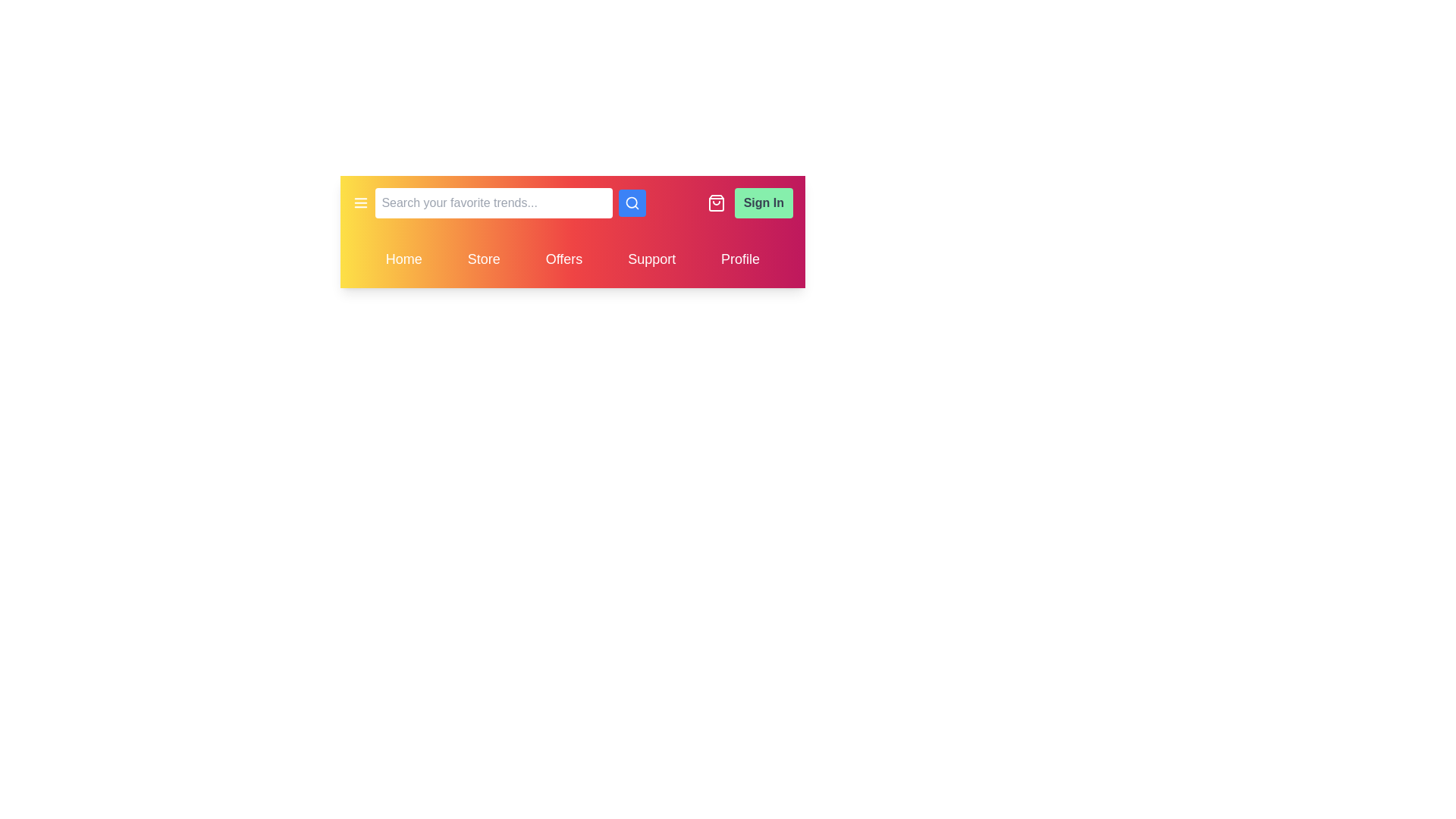 The height and width of the screenshot is (819, 1456). What do you see at coordinates (483, 259) in the screenshot?
I see `the navigation button labeled Store` at bounding box center [483, 259].